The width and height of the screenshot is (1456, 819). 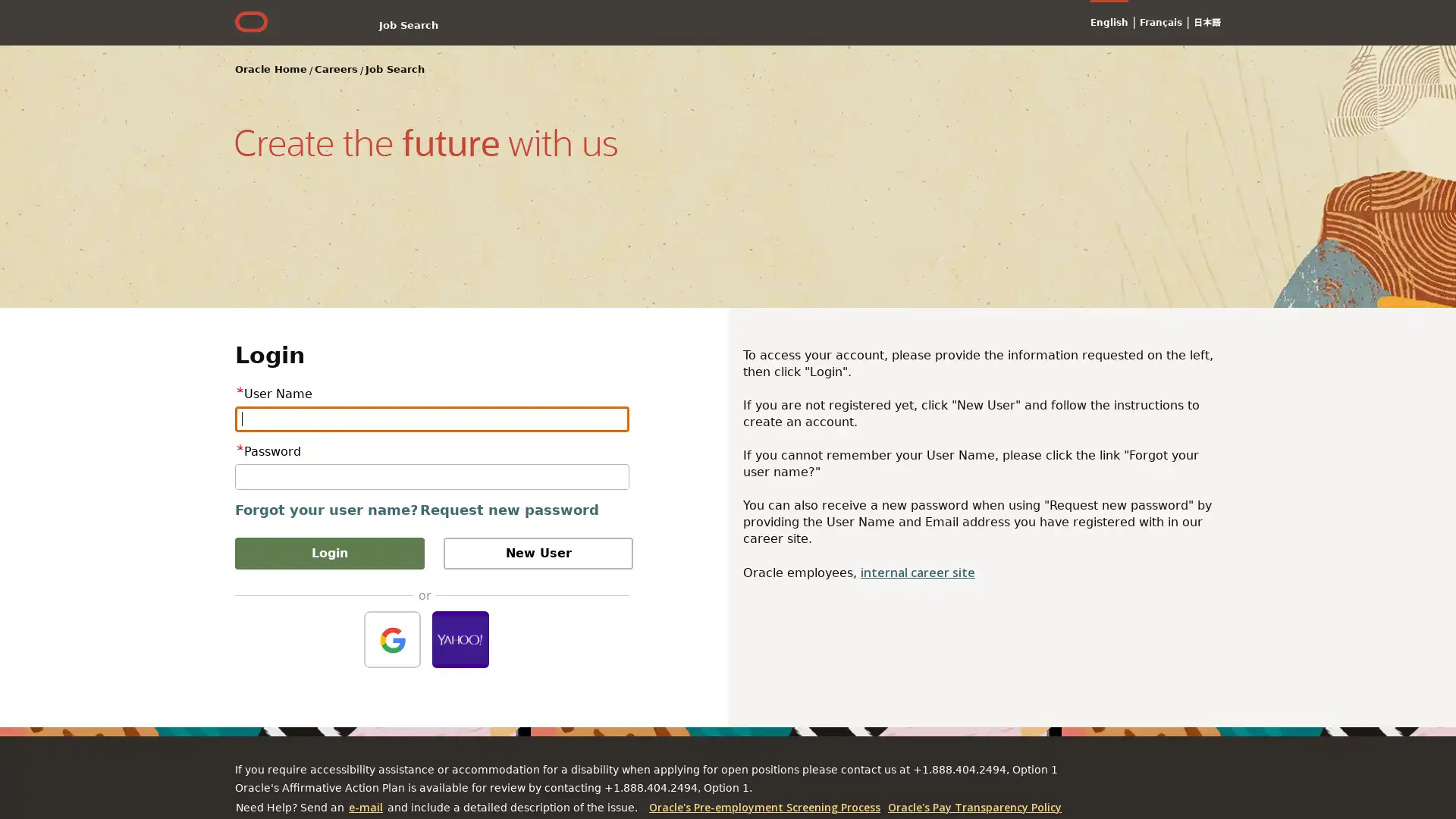 I want to click on New User, so click(x=538, y=553).